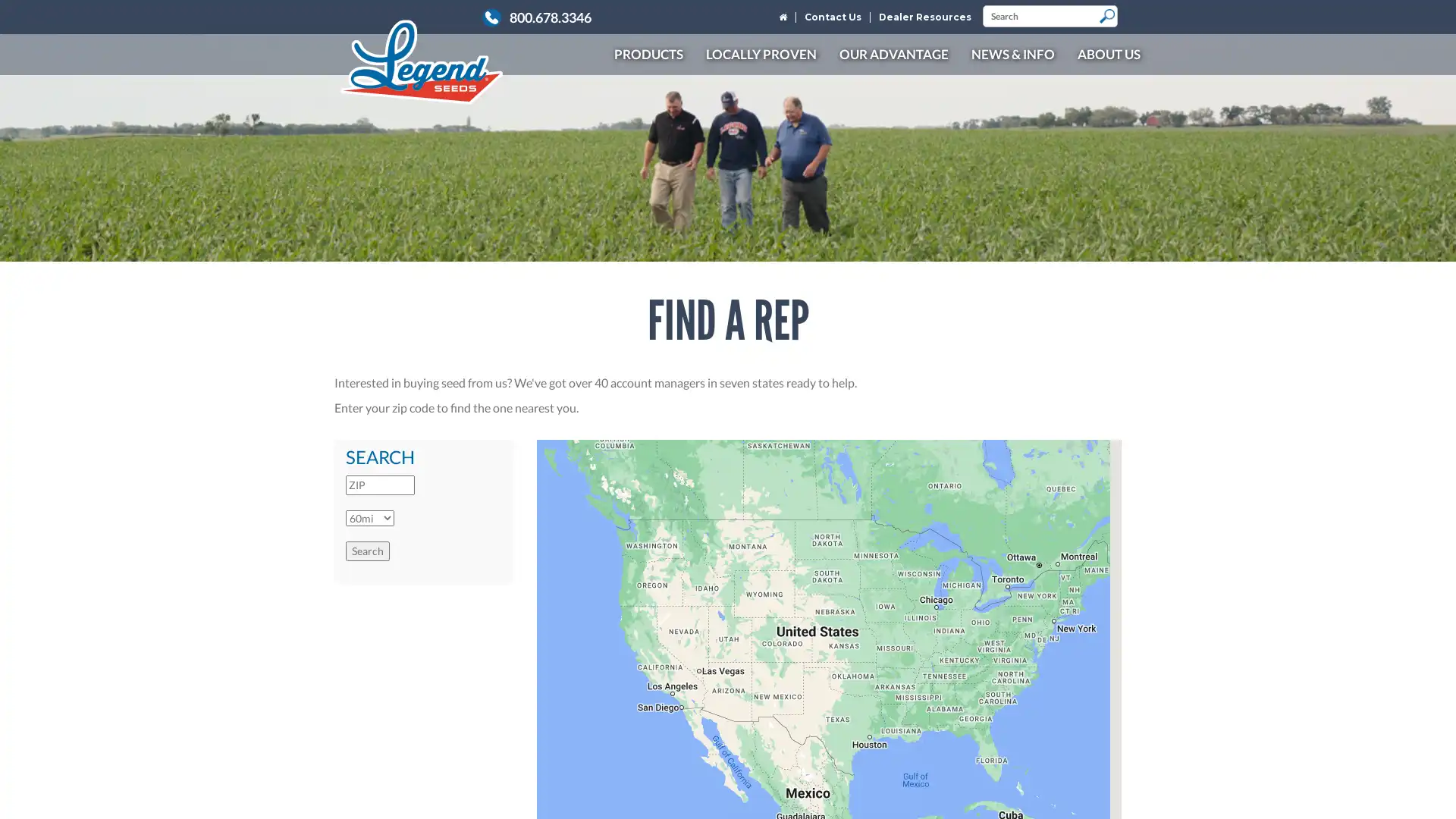 The height and width of the screenshot is (819, 1456). What do you see at coordinates (367, 550) in the screenshot?
I see `Search` at bounding box center [367, 550].